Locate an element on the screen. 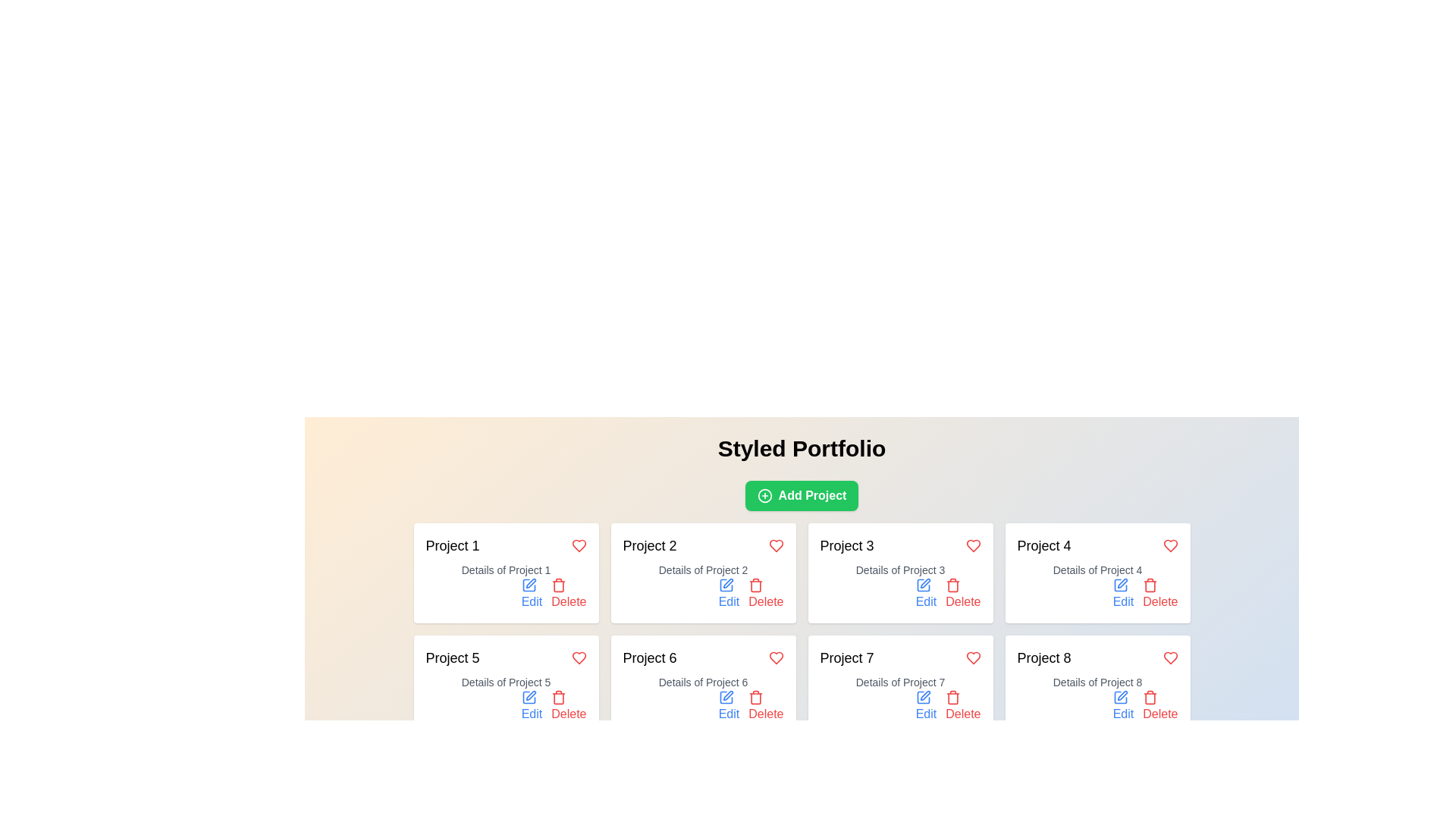 Image resolution: width=1456 pixels, height=819 pixels. the text label that describes the 'Project 4' card, located in the top-right section of the grid layout is located at coordinates (1097, 570).